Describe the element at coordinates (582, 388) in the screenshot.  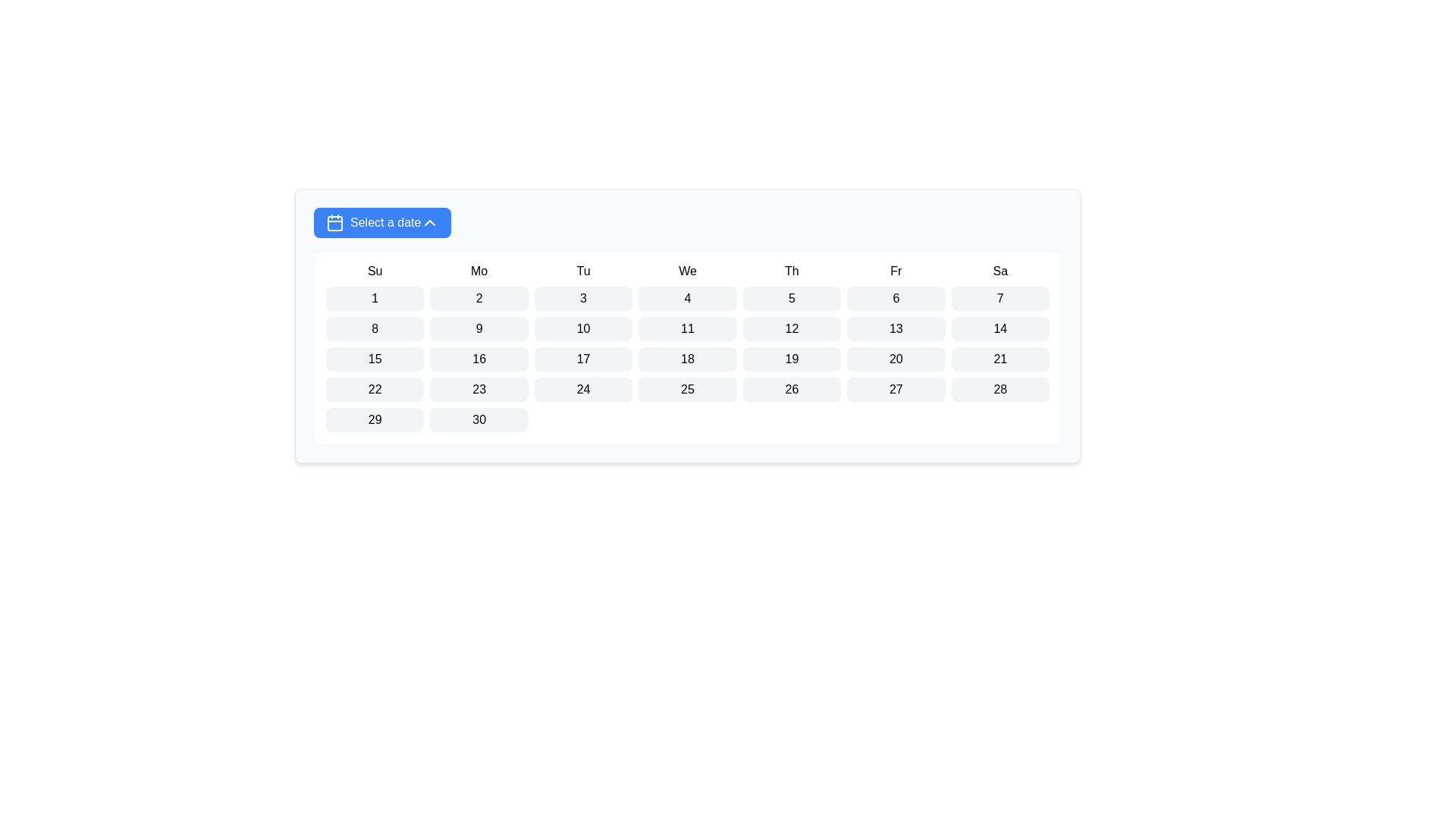
I see `the rectangular button displaying the number '24' in black text against a light gray background to change its background color to light blue` at that location.